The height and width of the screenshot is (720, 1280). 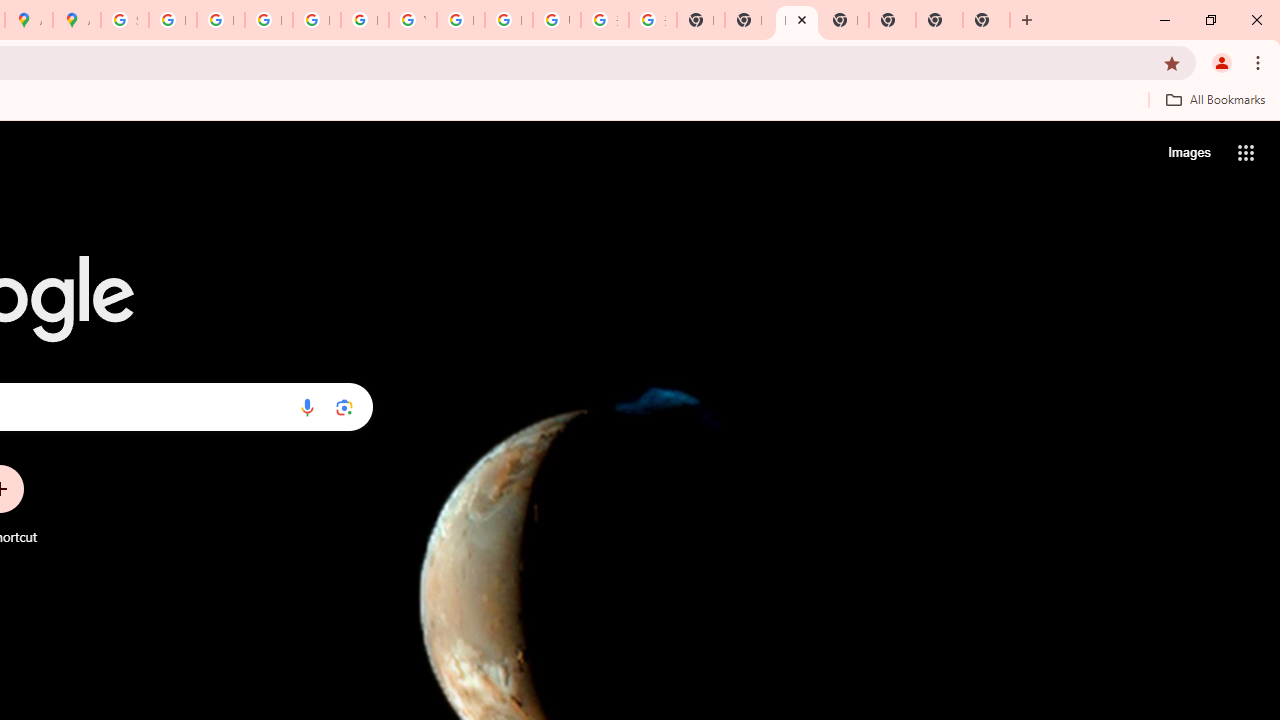 What do you see at coordinates (844, 20) in the screenshot?
I see `'New Tab'` at bounding box center [844, 20].